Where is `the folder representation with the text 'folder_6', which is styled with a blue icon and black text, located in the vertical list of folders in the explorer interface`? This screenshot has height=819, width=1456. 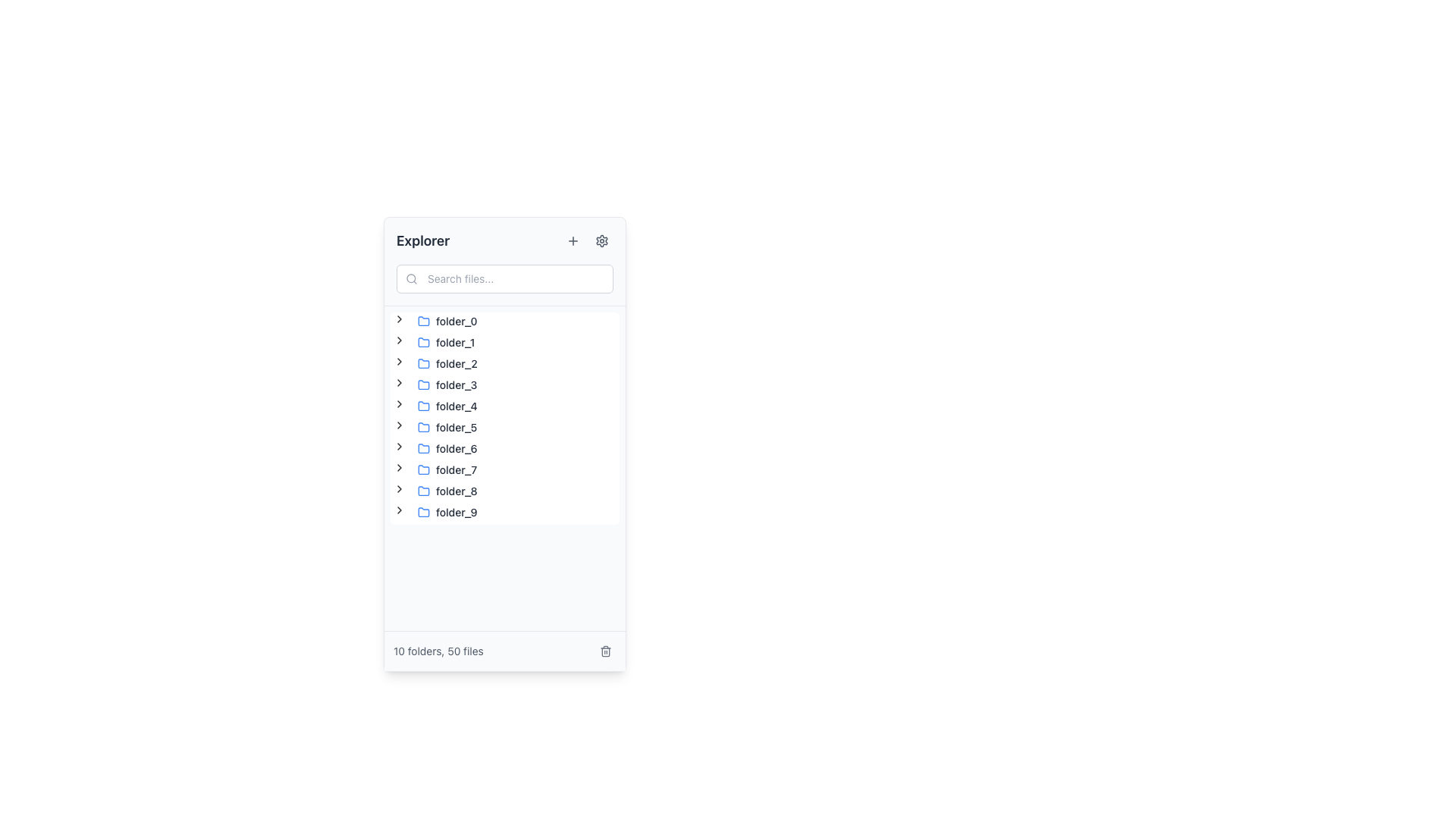
the folder representation with the text 'folder_6', which is styled with a blue icon and black text, located in the vertical list of folders in the explorer interface is located at coordinates (447, 447).